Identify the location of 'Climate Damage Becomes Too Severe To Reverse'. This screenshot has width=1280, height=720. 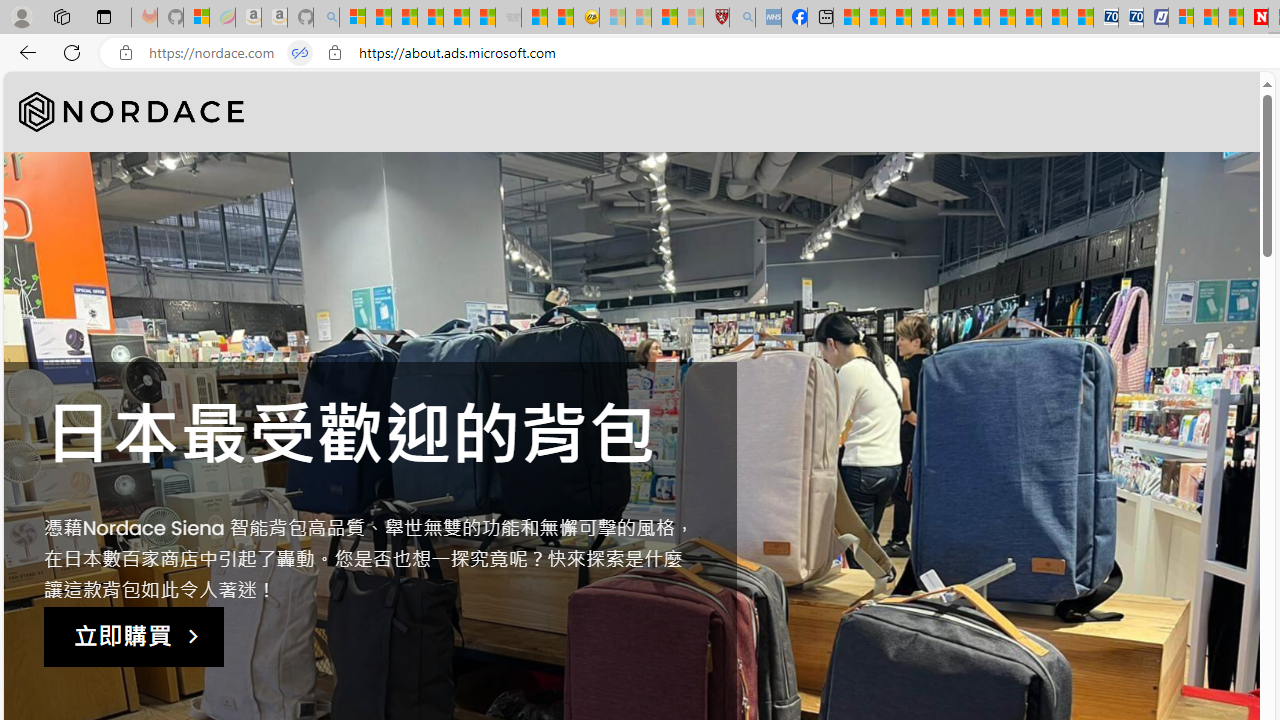
(923, 17).